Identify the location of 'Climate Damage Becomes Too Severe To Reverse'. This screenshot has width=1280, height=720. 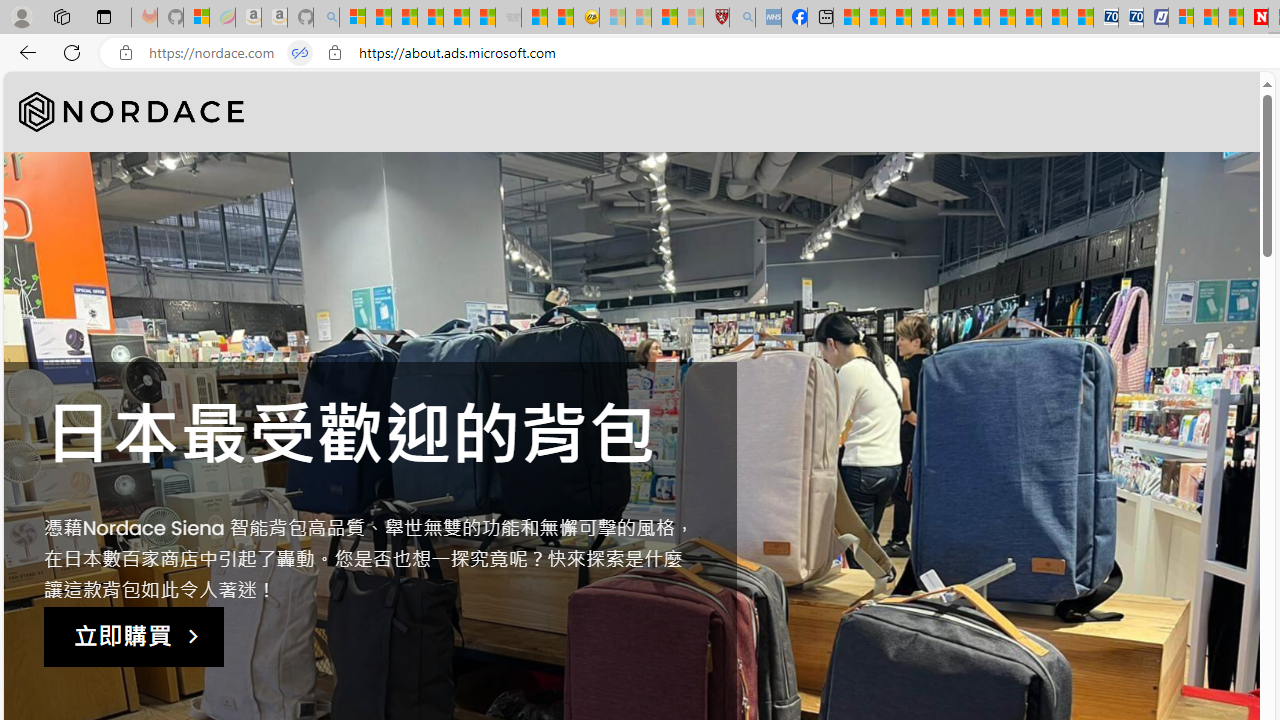
(923, 17).